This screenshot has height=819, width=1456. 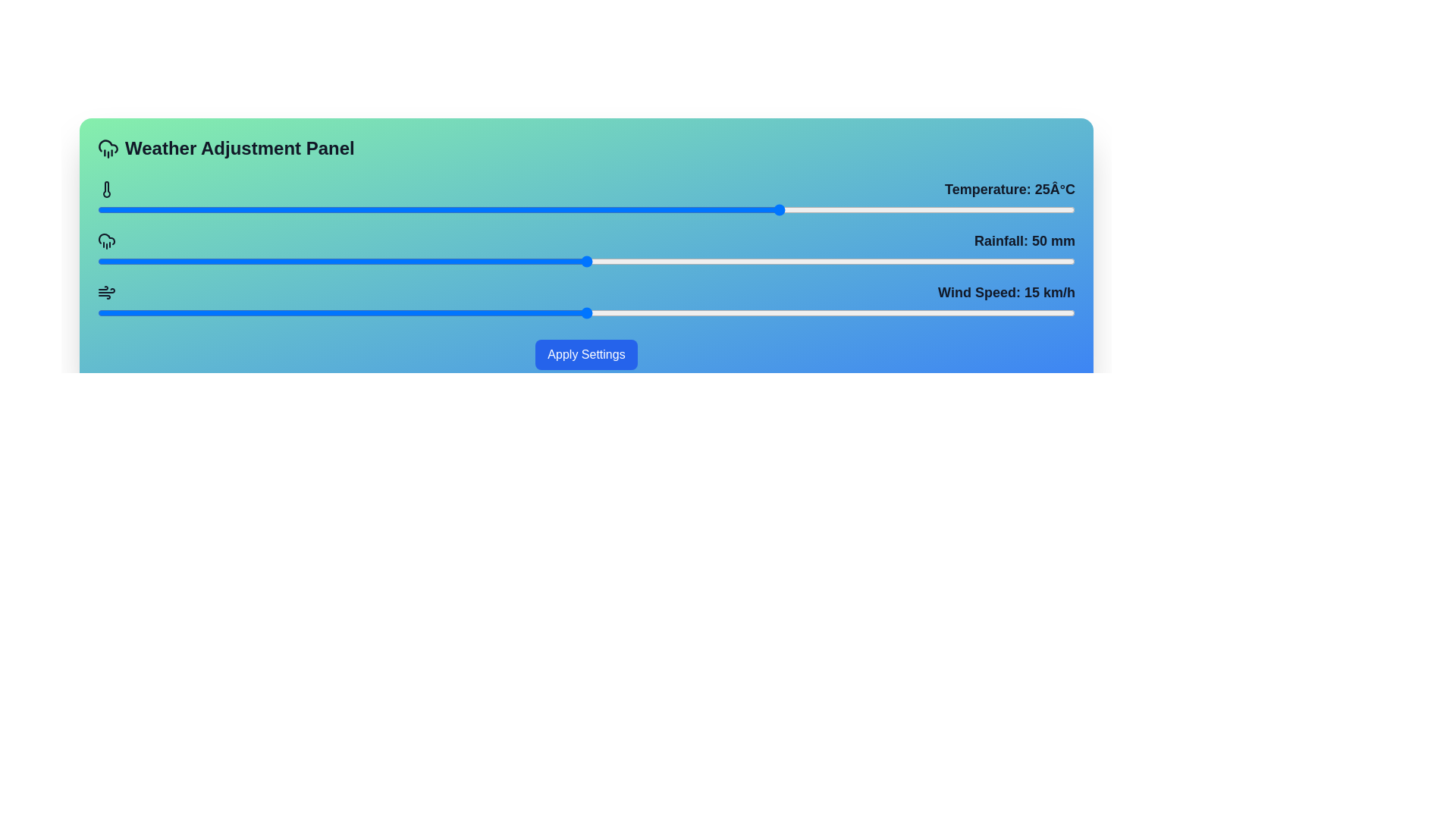 What do you see at coordinates (105, 239) in the screenshot?
I see `the rainfall icon located in the second row of icons in the weather adjustment panel, positioned below the temperature icon and above the wind speed icon` at bounding box center [105, 239].